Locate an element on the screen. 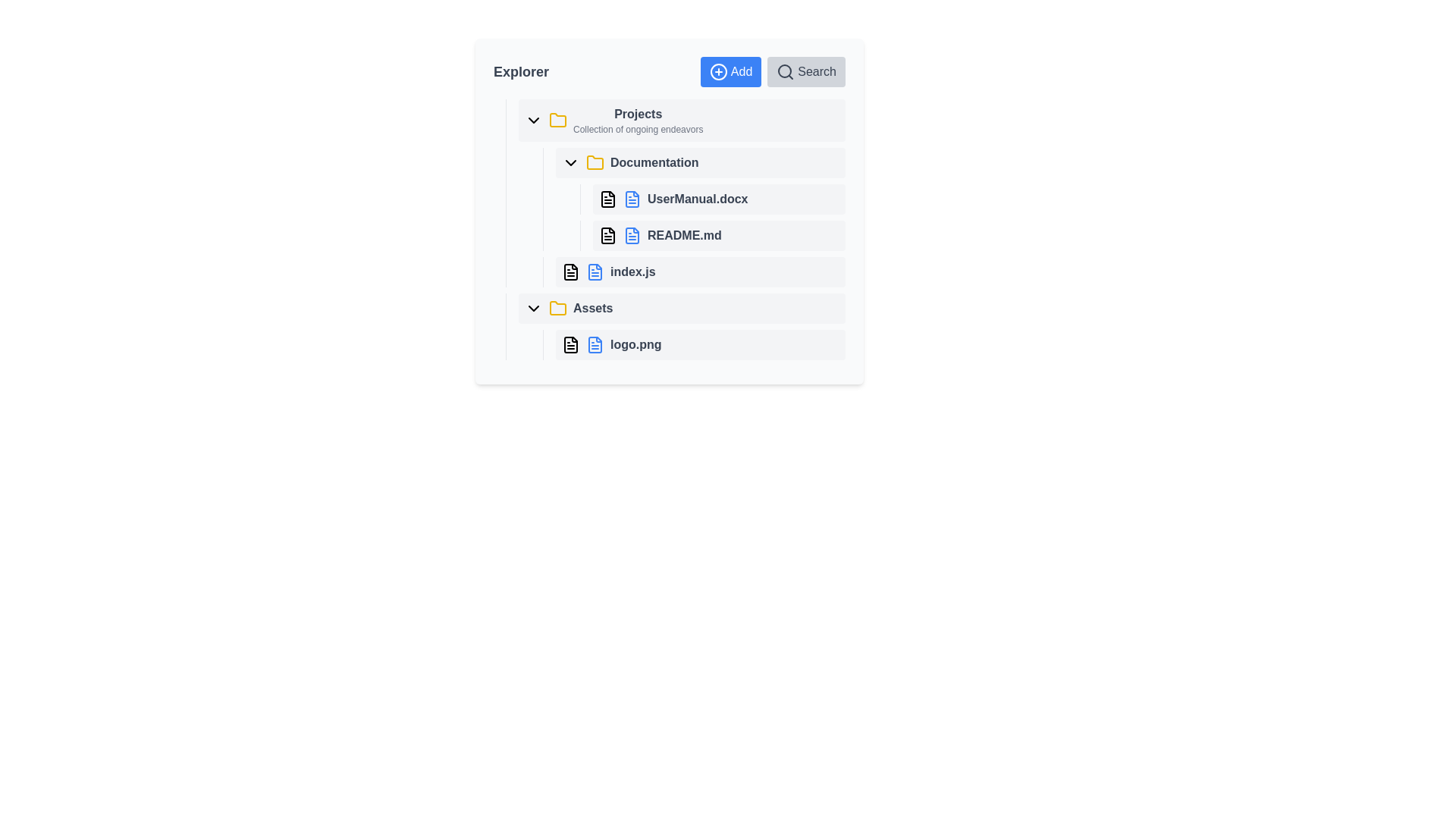  the static text label 'Explorer' which is styled in a bold, large font and located at the top left section of the interface, aligning with 'Add' and 'Search' buttons is located at coordinates (521, 72).